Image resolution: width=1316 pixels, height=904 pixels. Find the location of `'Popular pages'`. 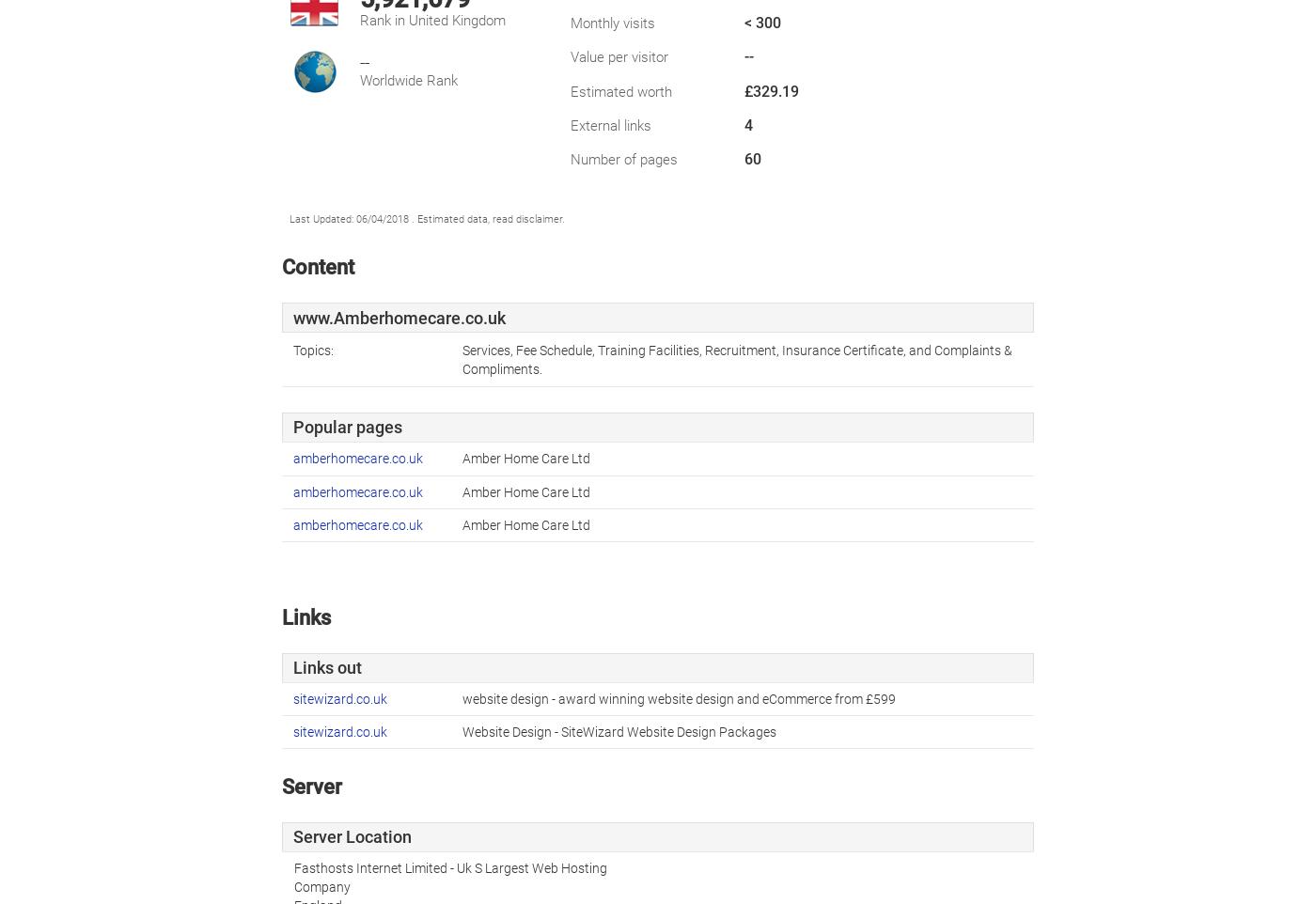

'Popular pages' is located at coordinates (293, 428).